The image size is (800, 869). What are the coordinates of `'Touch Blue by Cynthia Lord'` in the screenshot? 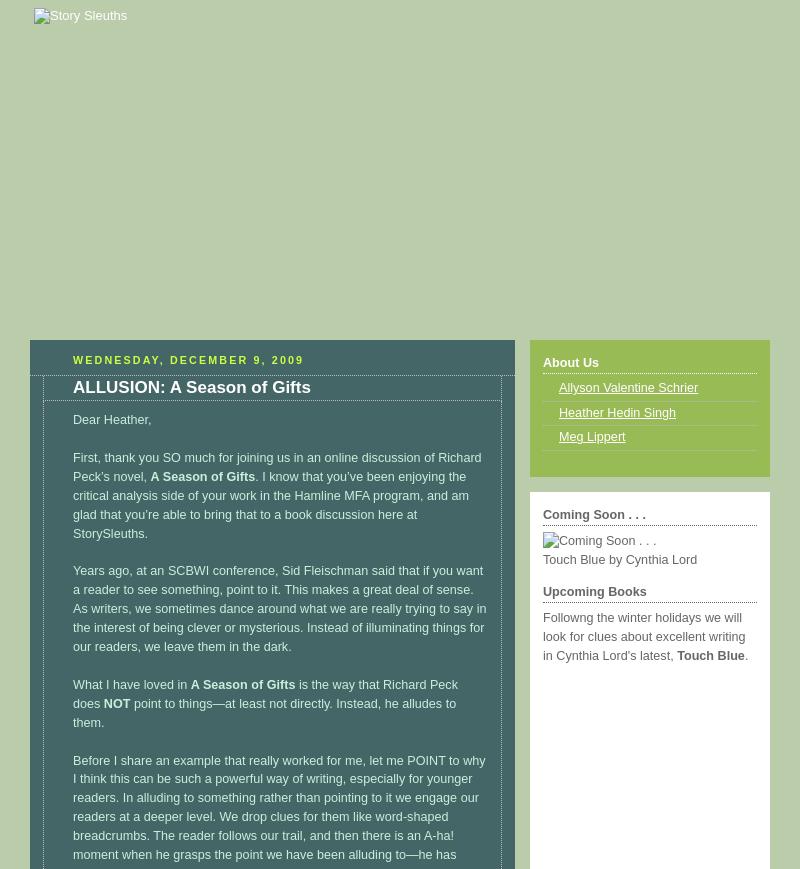 It's located at (620, 559).